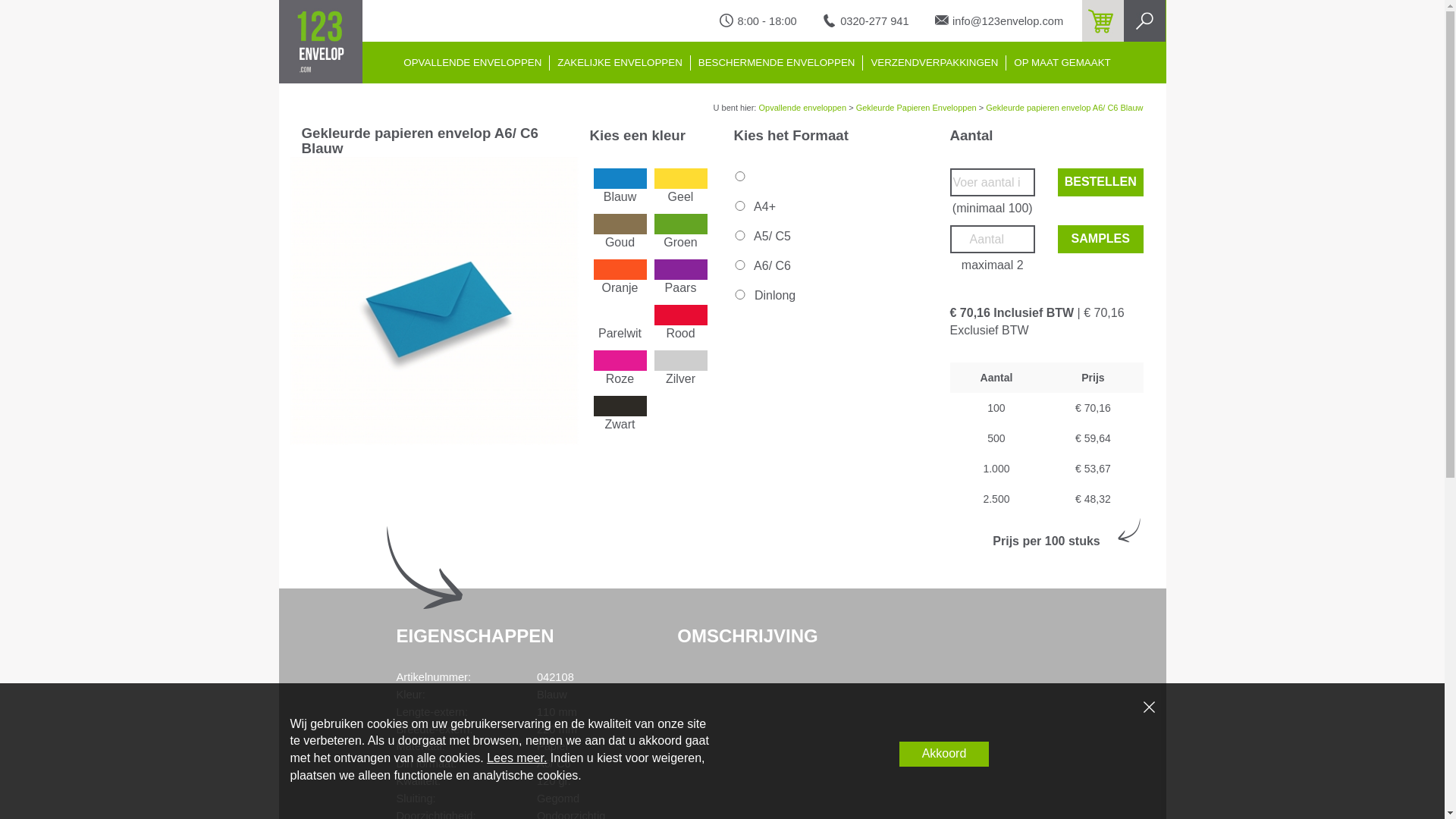 The width and height of the screenshot is (1456, 819). Describe the element at coordinates (516, 758) in the screenshot. I see `'Lees meer.'` at that location.